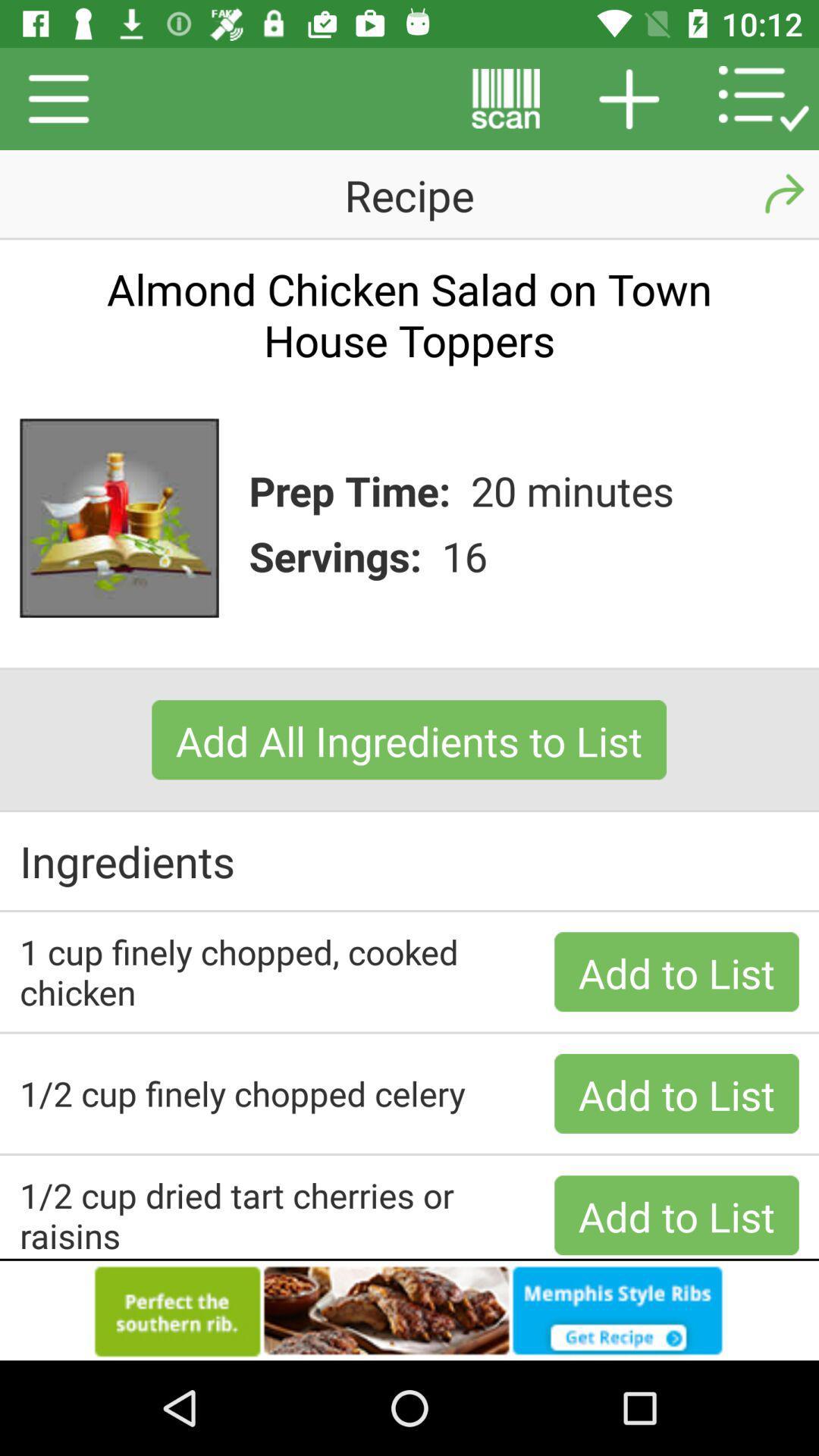 Image resolution: width=819 pixels, height=1456 pixels. What do you see at coordinates (408, 739) in the screenshot?
I see `the green colored box placed below serving 16` at bounding box center [408, 739].